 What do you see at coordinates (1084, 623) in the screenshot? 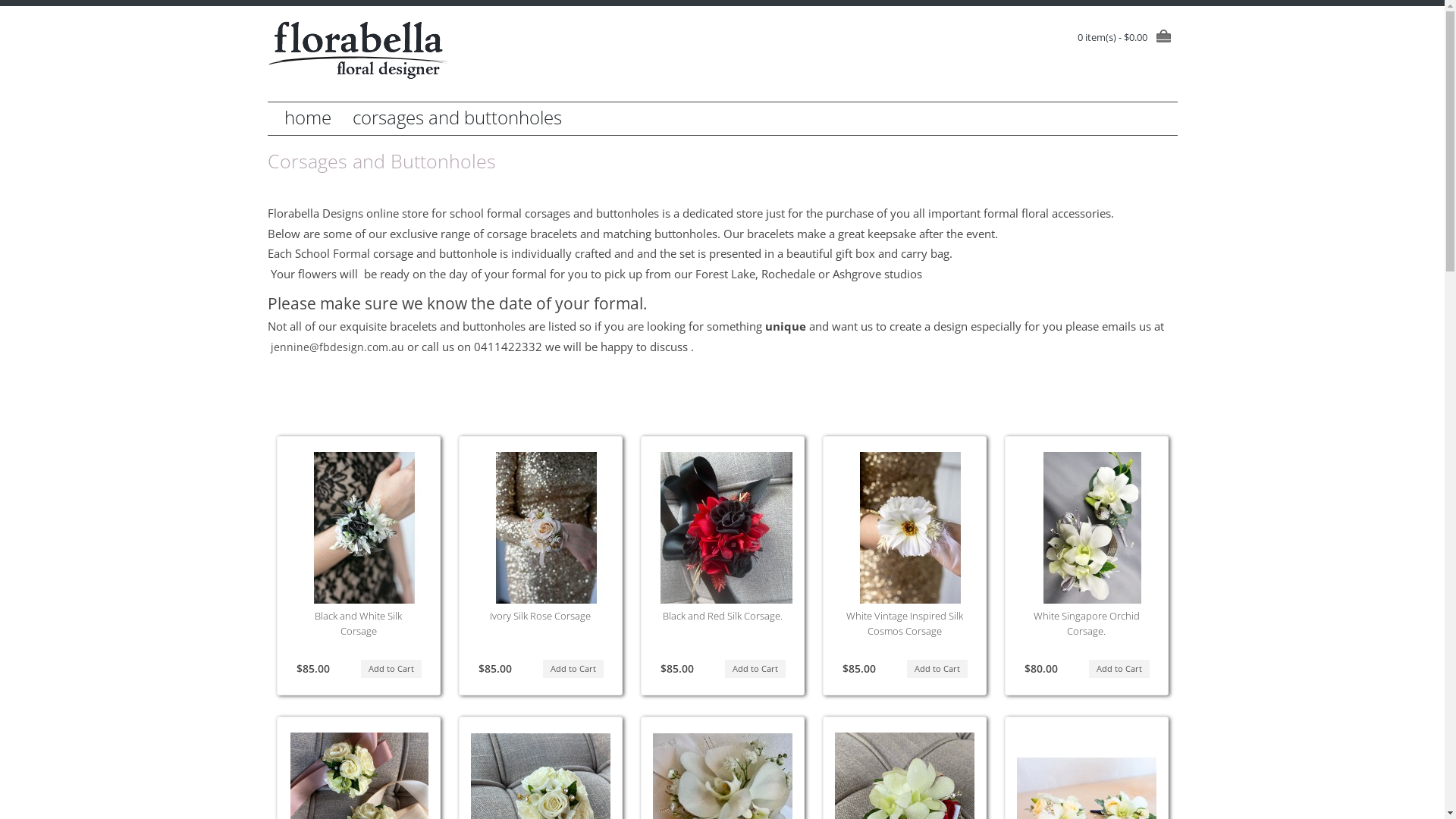
I see `'White Singapore Orchid Corsage.'` at bounding box center [1084, 623].